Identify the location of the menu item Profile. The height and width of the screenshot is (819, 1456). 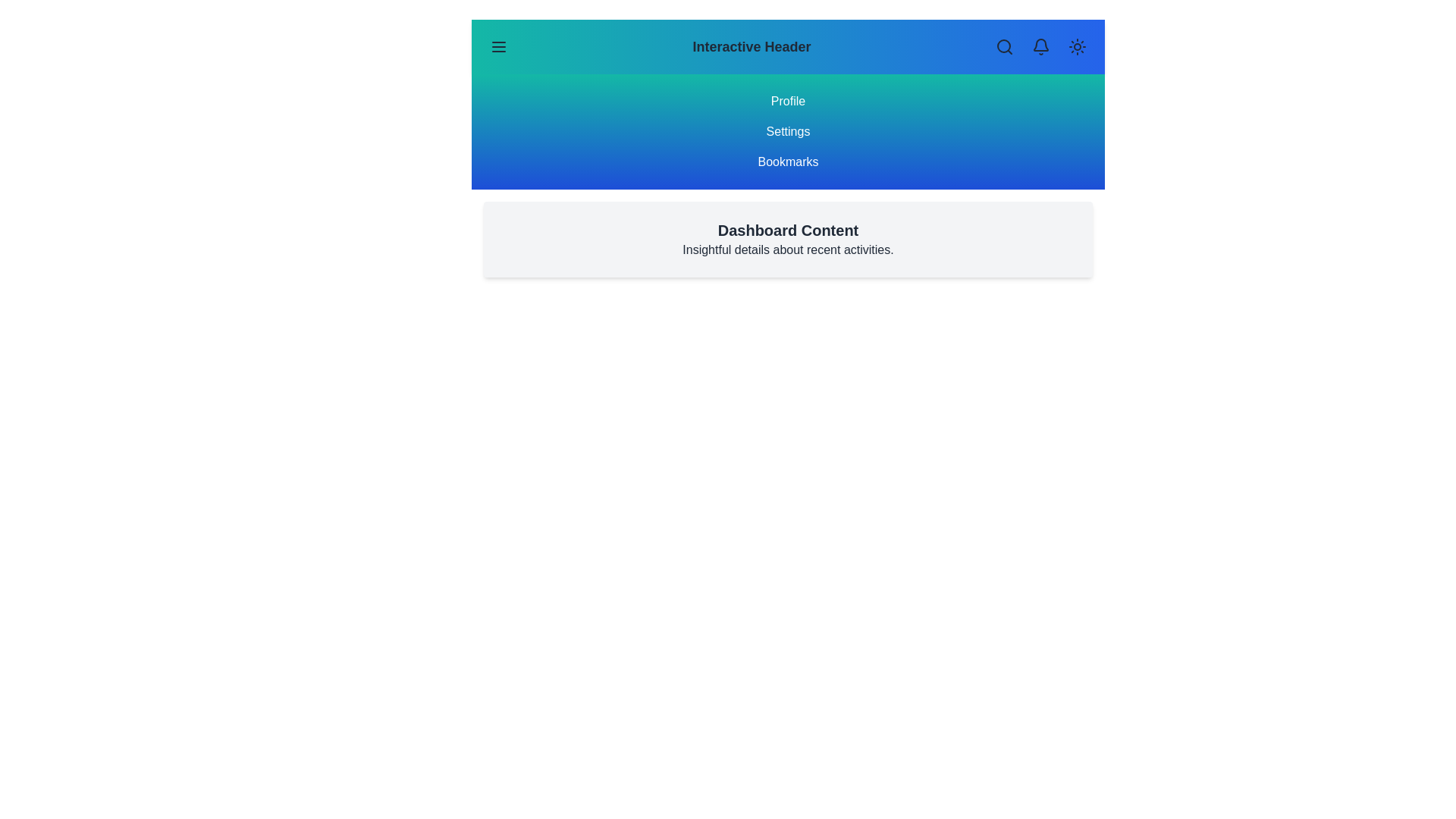
(788, 102).